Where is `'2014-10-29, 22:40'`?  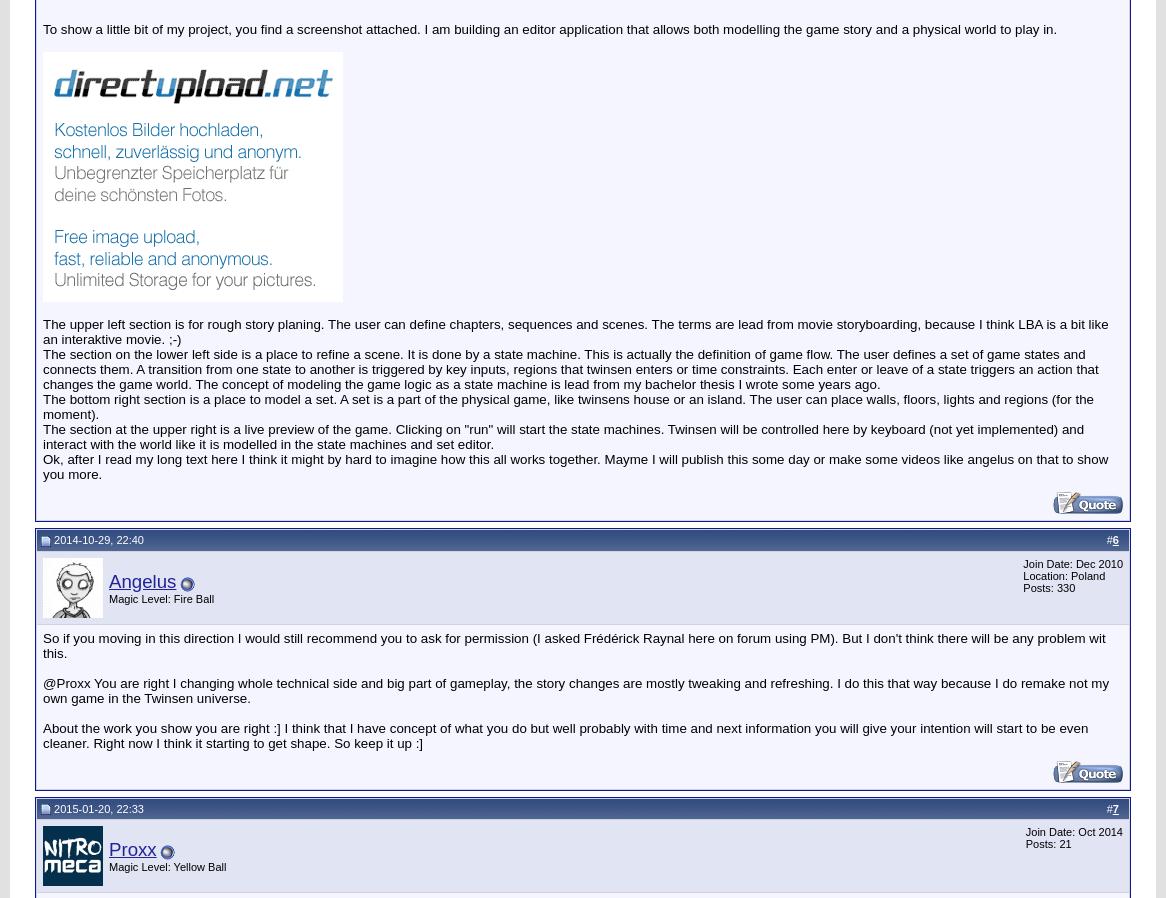 '2014-10-29, 22:40' is located at coordinates (50, 537).